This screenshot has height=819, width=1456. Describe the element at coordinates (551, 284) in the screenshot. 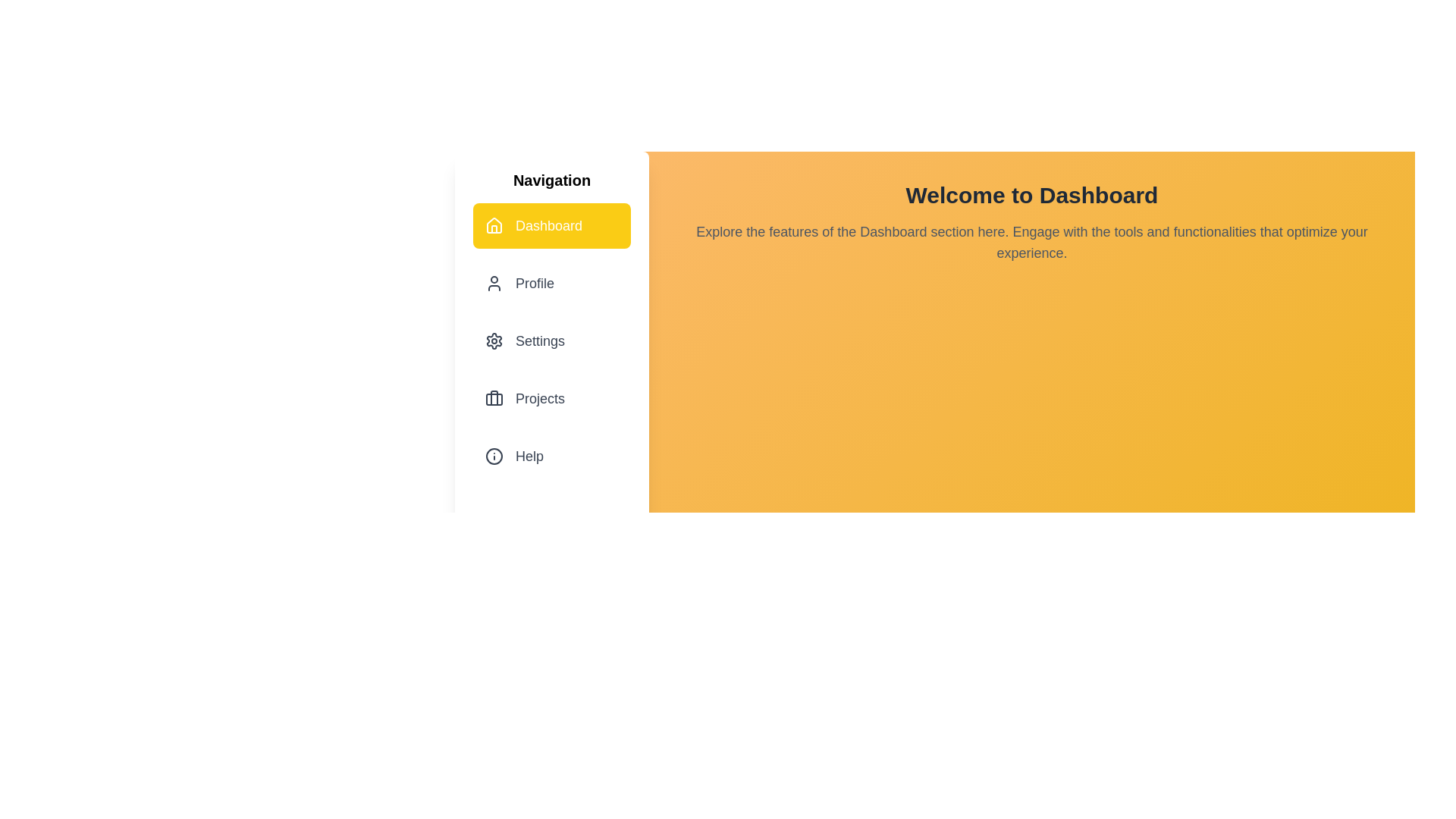

I see `the menu item corresponding to Profile` at that location.